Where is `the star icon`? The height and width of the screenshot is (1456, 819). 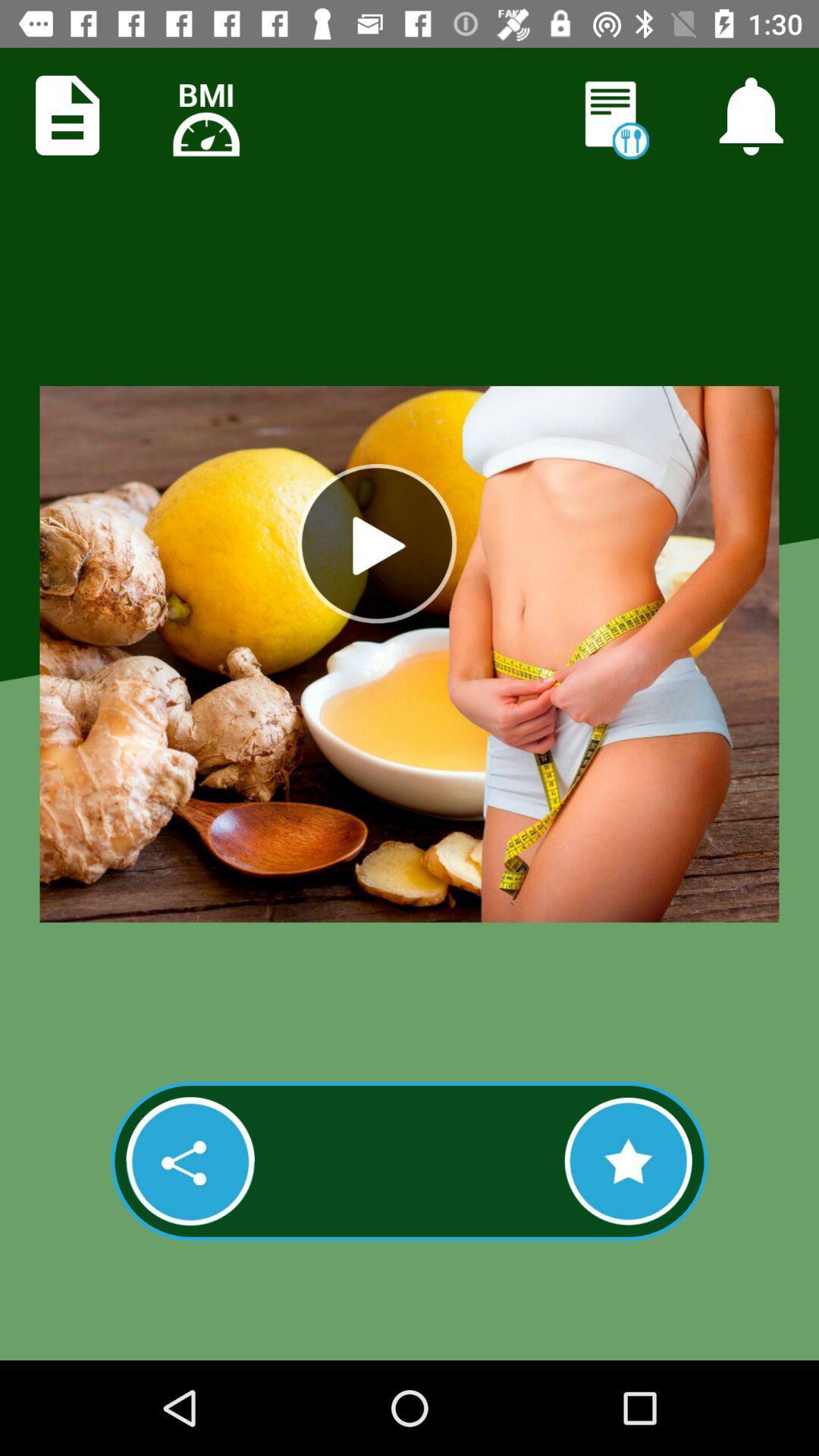
the star icon is located at coordinates (628, 1160).